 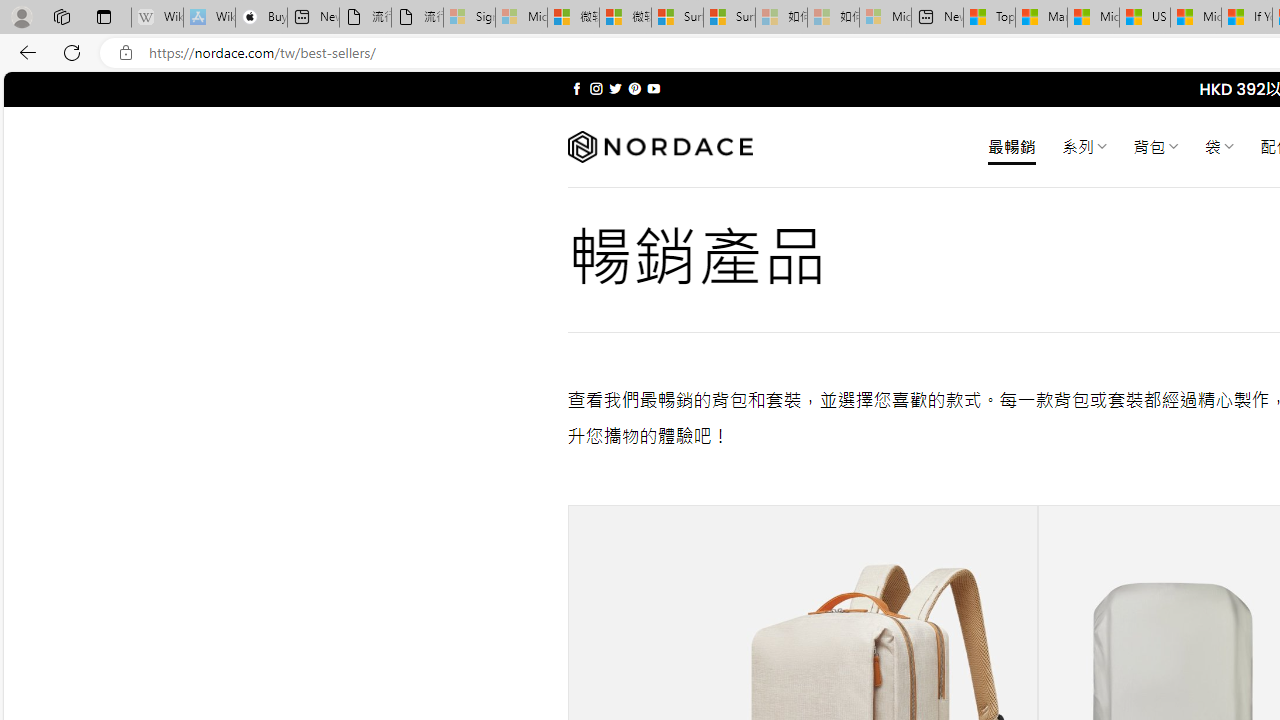 What do you see at coordinates (633, 88) in the screenshot?
I see `'Follow on Pinterest'` at bounding box center [633, 88].